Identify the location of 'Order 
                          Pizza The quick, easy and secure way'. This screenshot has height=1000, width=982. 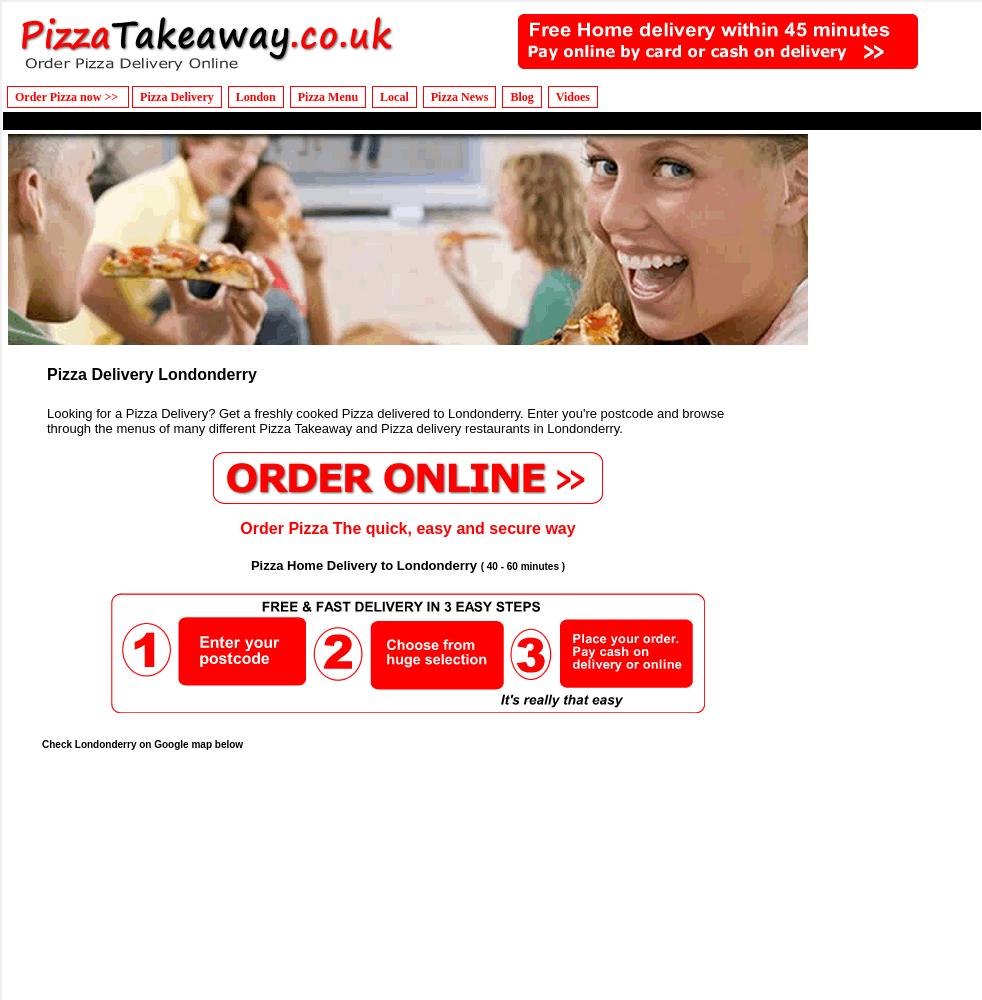
(407, 527).